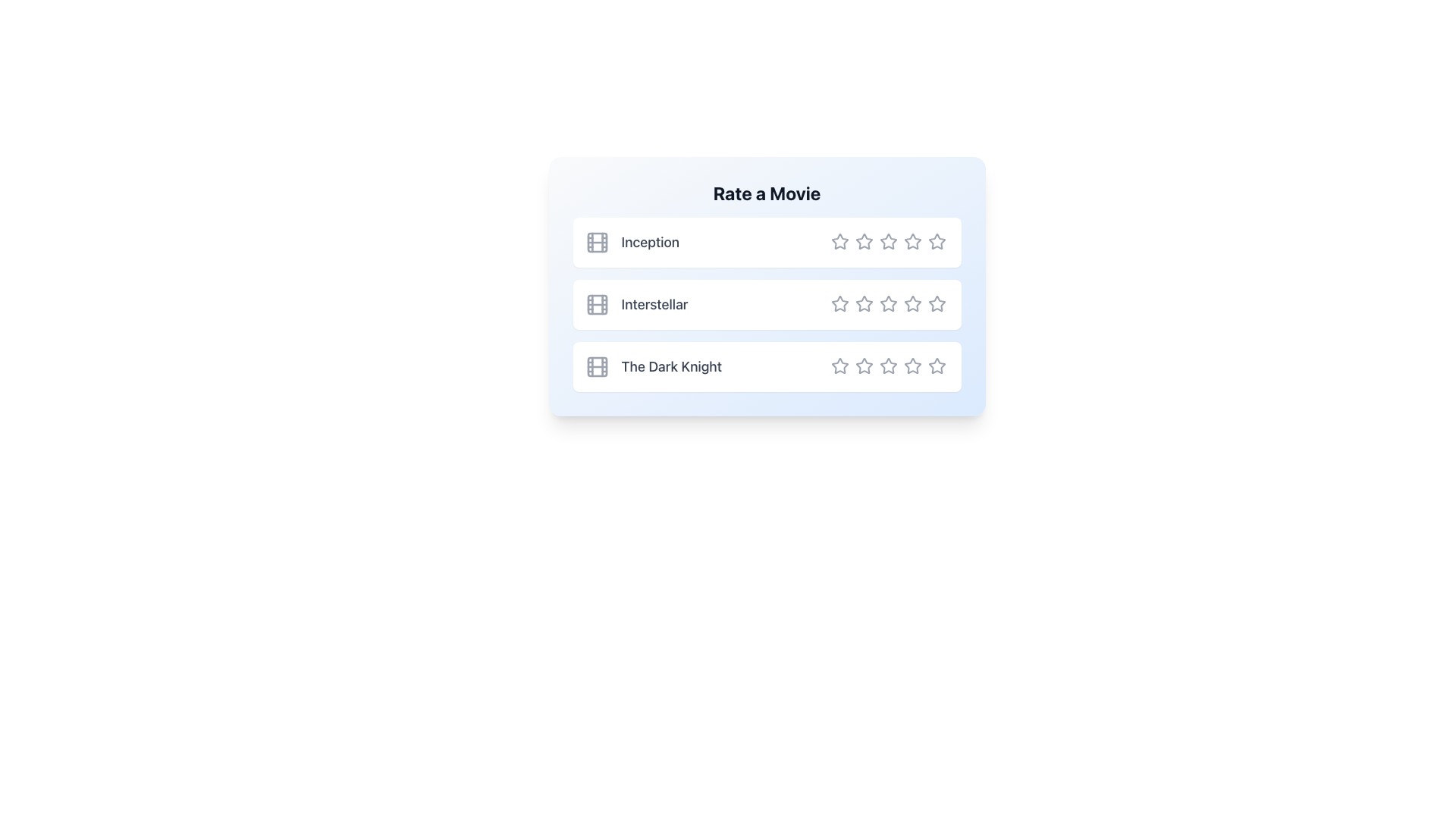 This screenshot has height=819, width=1456. What do you see at coordinates (888, 366) in the screenshot?
I see `the third star icon in the movie rating interface for 'The Dark Knight'` at bounding box center [888, 366].